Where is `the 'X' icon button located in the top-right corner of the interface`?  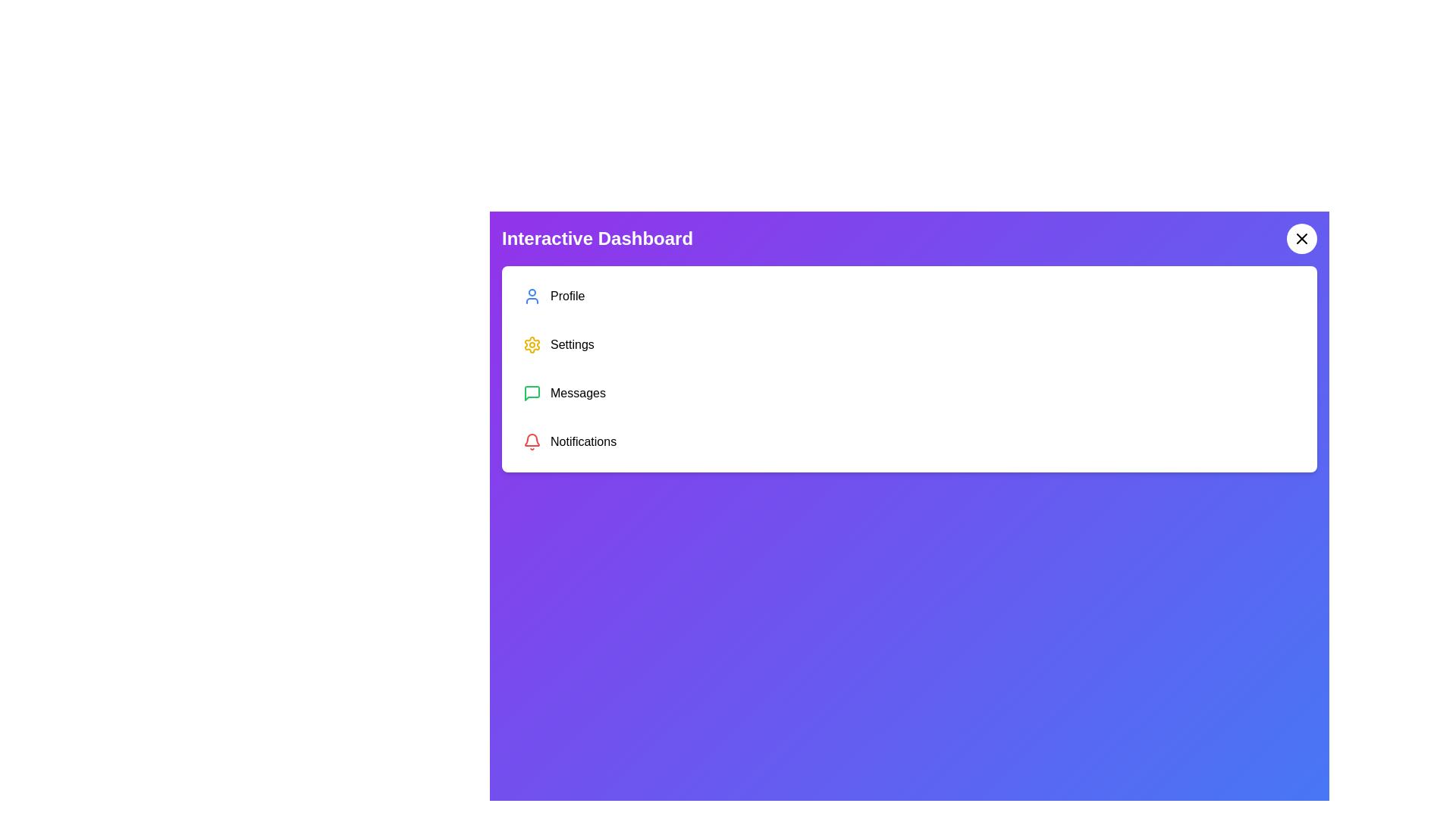 the 'X' icon button located in the top-right corner of the interface is located at coordinates (1301, 239).